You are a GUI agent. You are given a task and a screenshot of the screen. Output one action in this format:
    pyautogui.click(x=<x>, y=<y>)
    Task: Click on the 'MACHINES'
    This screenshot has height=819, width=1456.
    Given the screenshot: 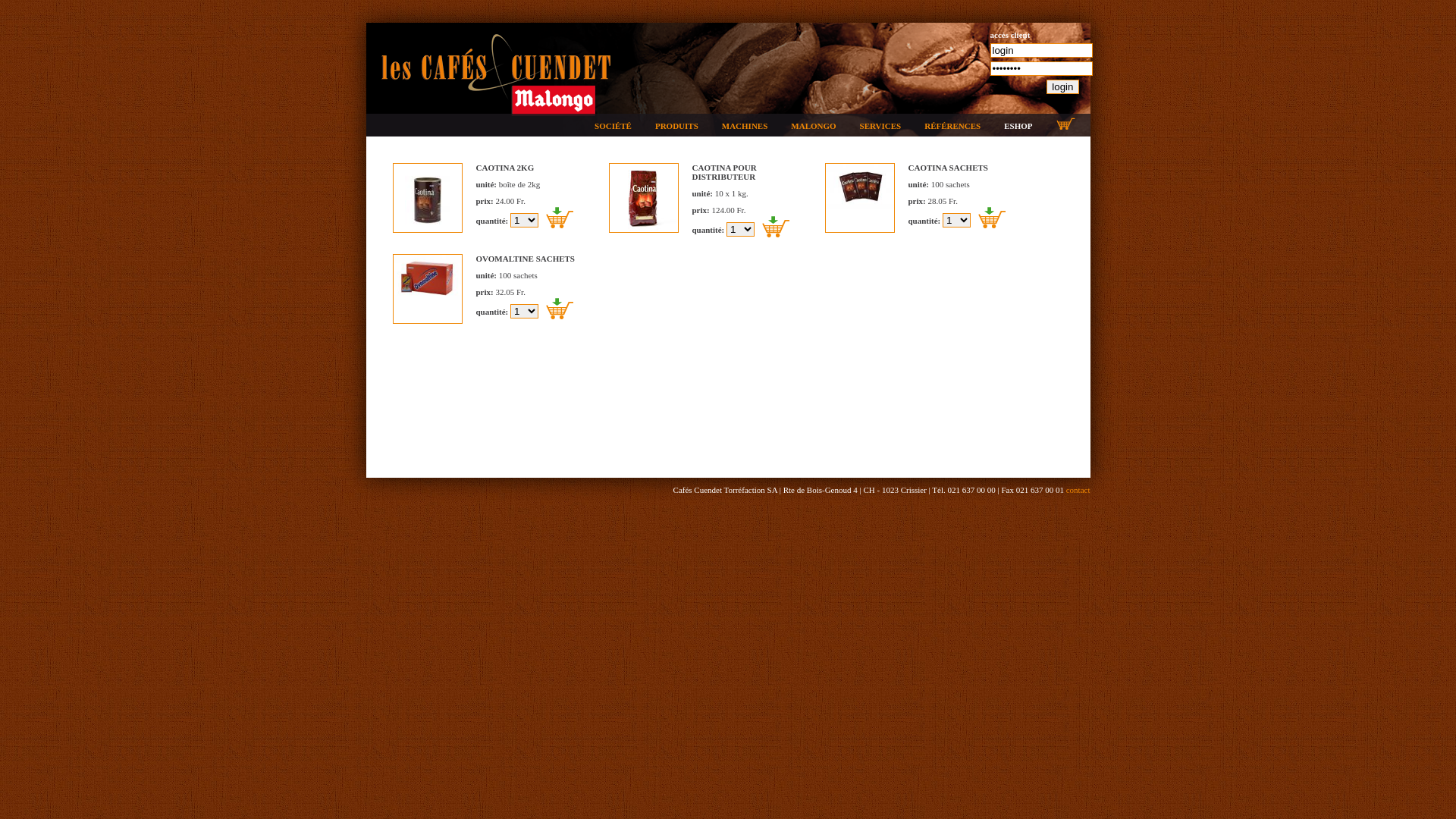 What is the action you would take?
    pyautogui.click(x=745, y=124)
    